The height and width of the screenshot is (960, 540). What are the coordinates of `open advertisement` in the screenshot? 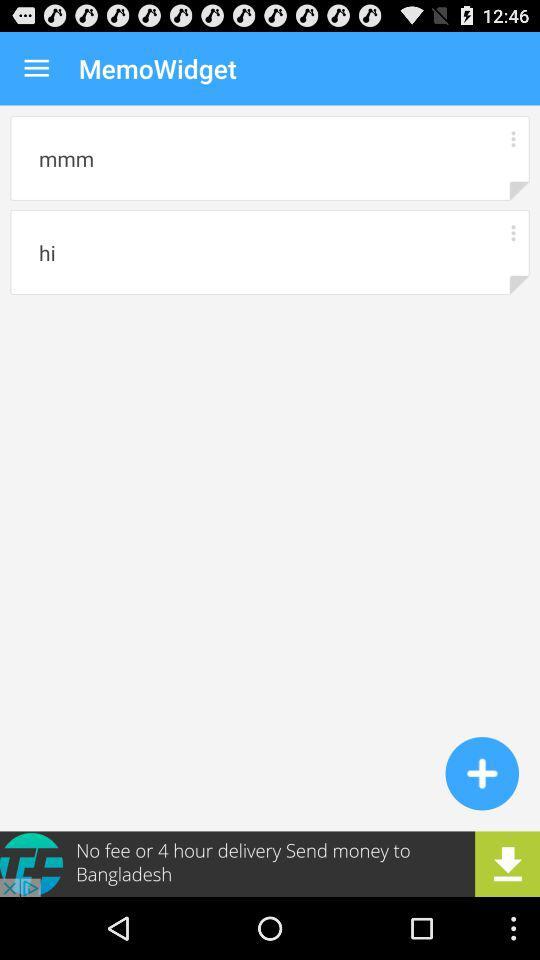 It's located at (270, 863).